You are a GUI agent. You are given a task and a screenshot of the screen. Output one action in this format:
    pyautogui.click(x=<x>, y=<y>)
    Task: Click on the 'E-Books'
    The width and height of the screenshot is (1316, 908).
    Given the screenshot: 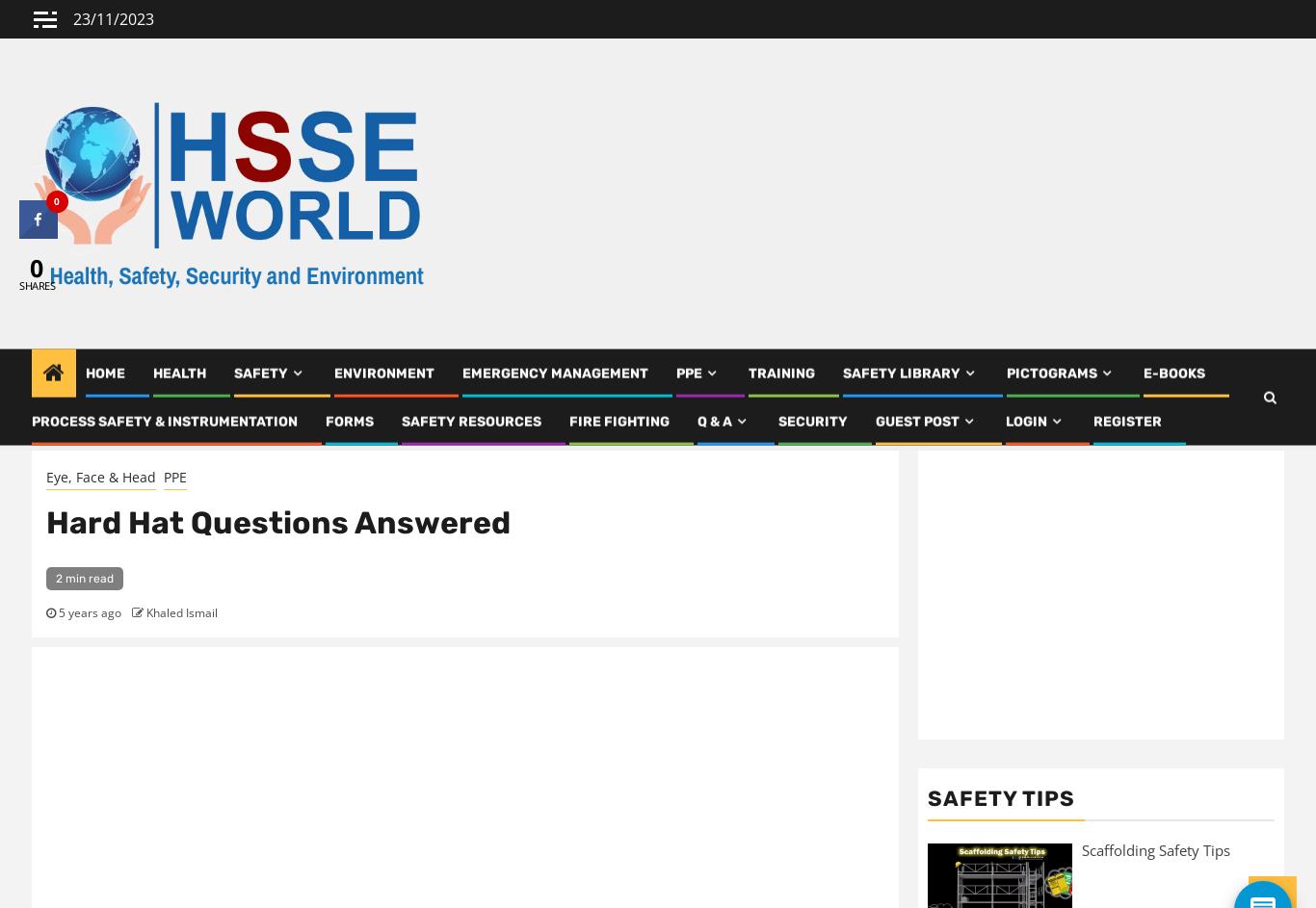 What is the action you would take?
    pyautogui.click(x=1174, y=379)
    